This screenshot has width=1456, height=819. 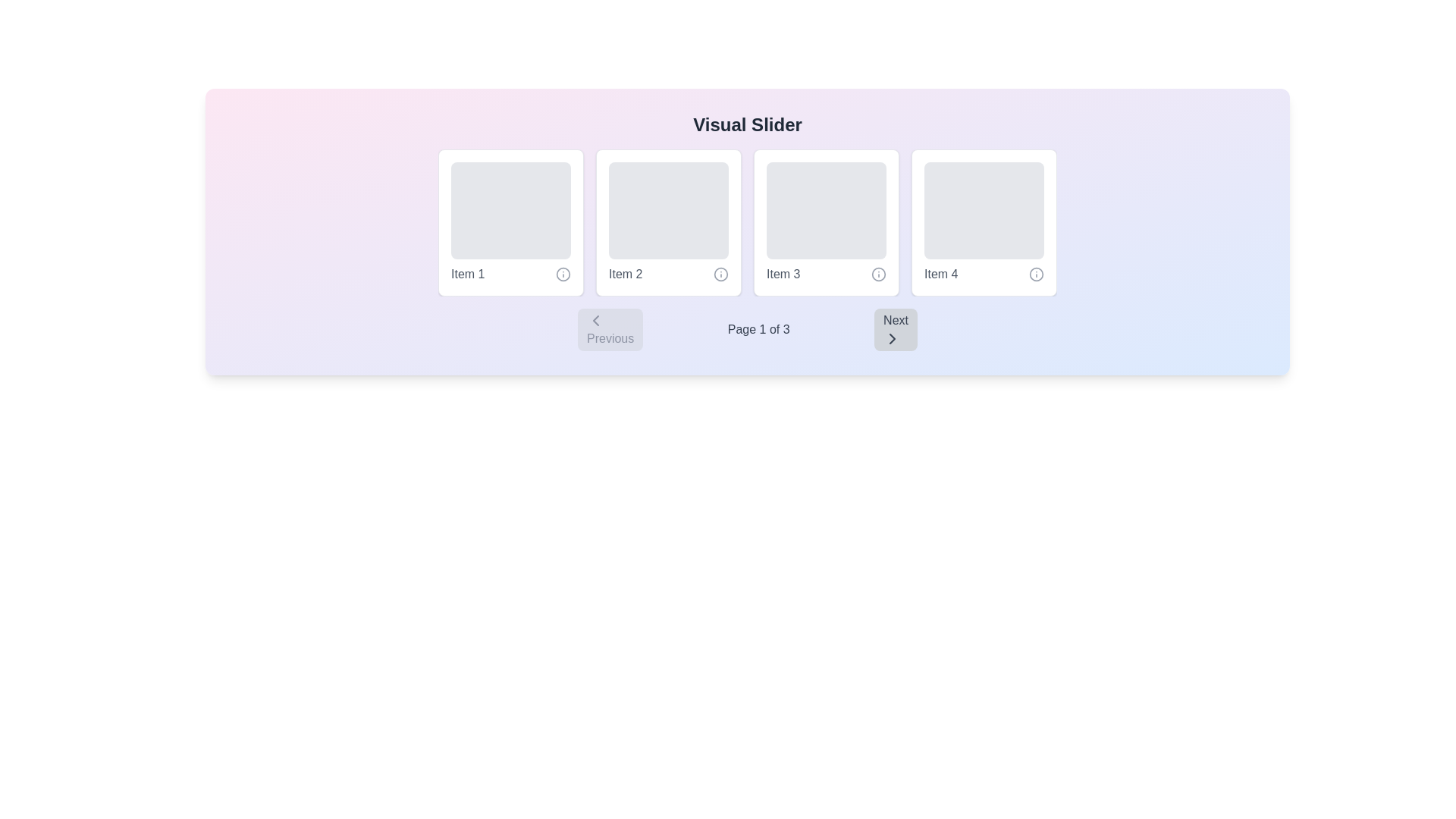 What do you see at coordinates (1036, 275) in the screenshot?
I see `the rounded icon with a circular outline and a central bullet point, styled with the 'lucide-info' class, located at the bottom-right corner of the 'Item 4' box in the four-item horizontal slider` at bounding box center [1036, 275].